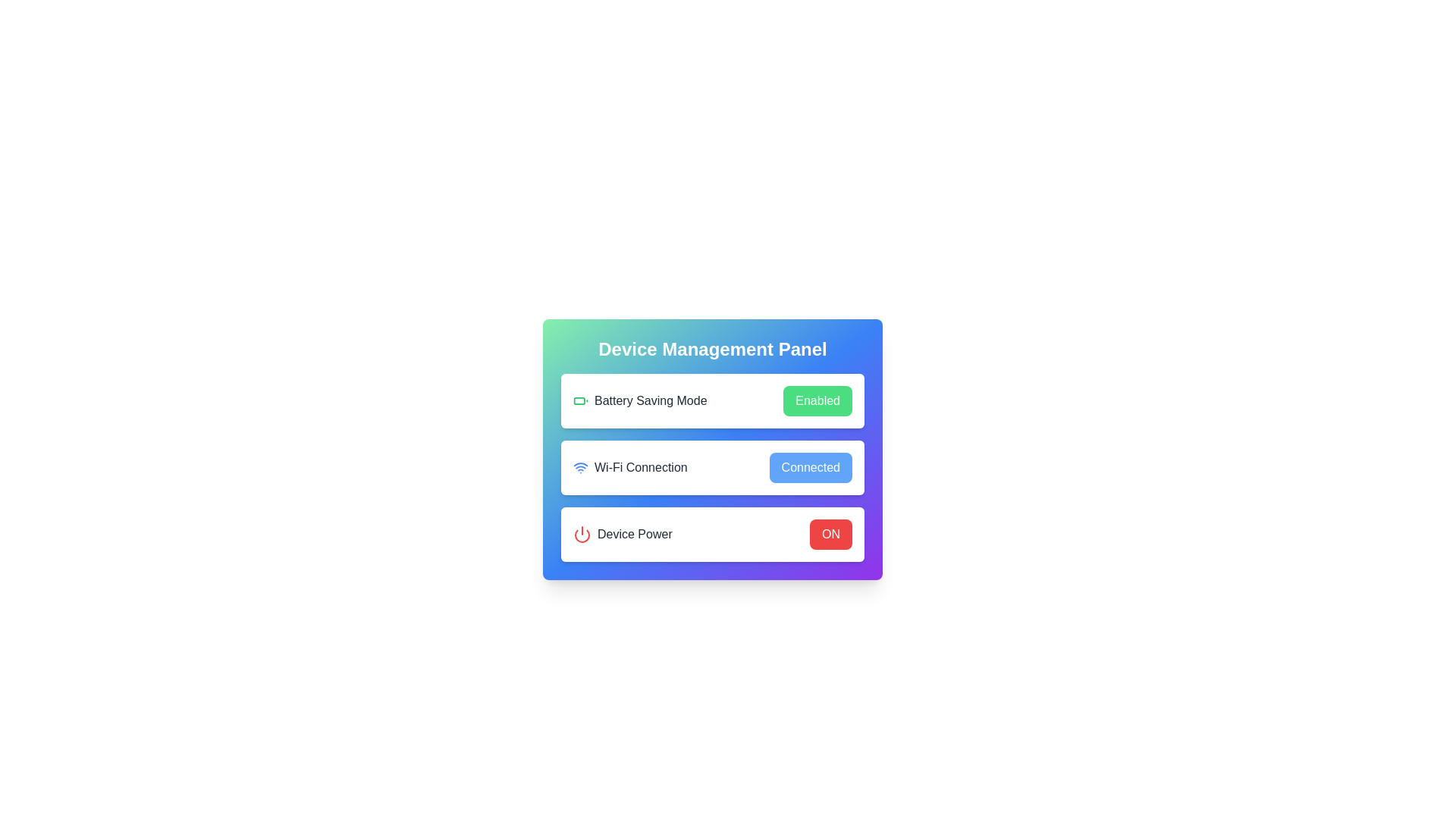 The height and width of the screenshot is (819, 1456). Describe the element at coordinates (580, 467) in the screenshot. I see `the blue Wi-Fi symbol icon located at the top-left corner of the 'Wi-Fi Connection' section, immediately preceding the textual label` at that location.